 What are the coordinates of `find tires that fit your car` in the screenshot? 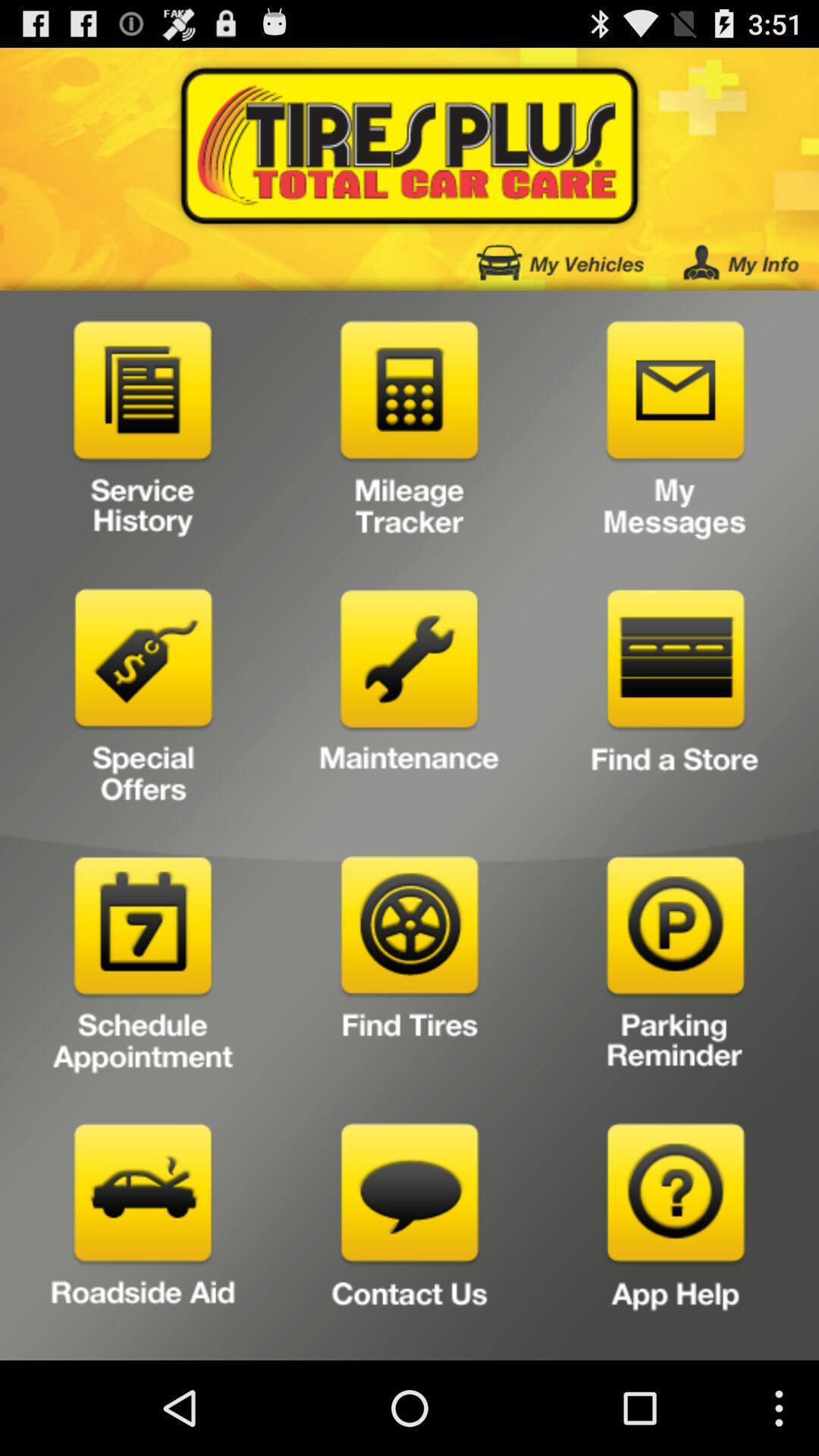 It's located at (409, 968).